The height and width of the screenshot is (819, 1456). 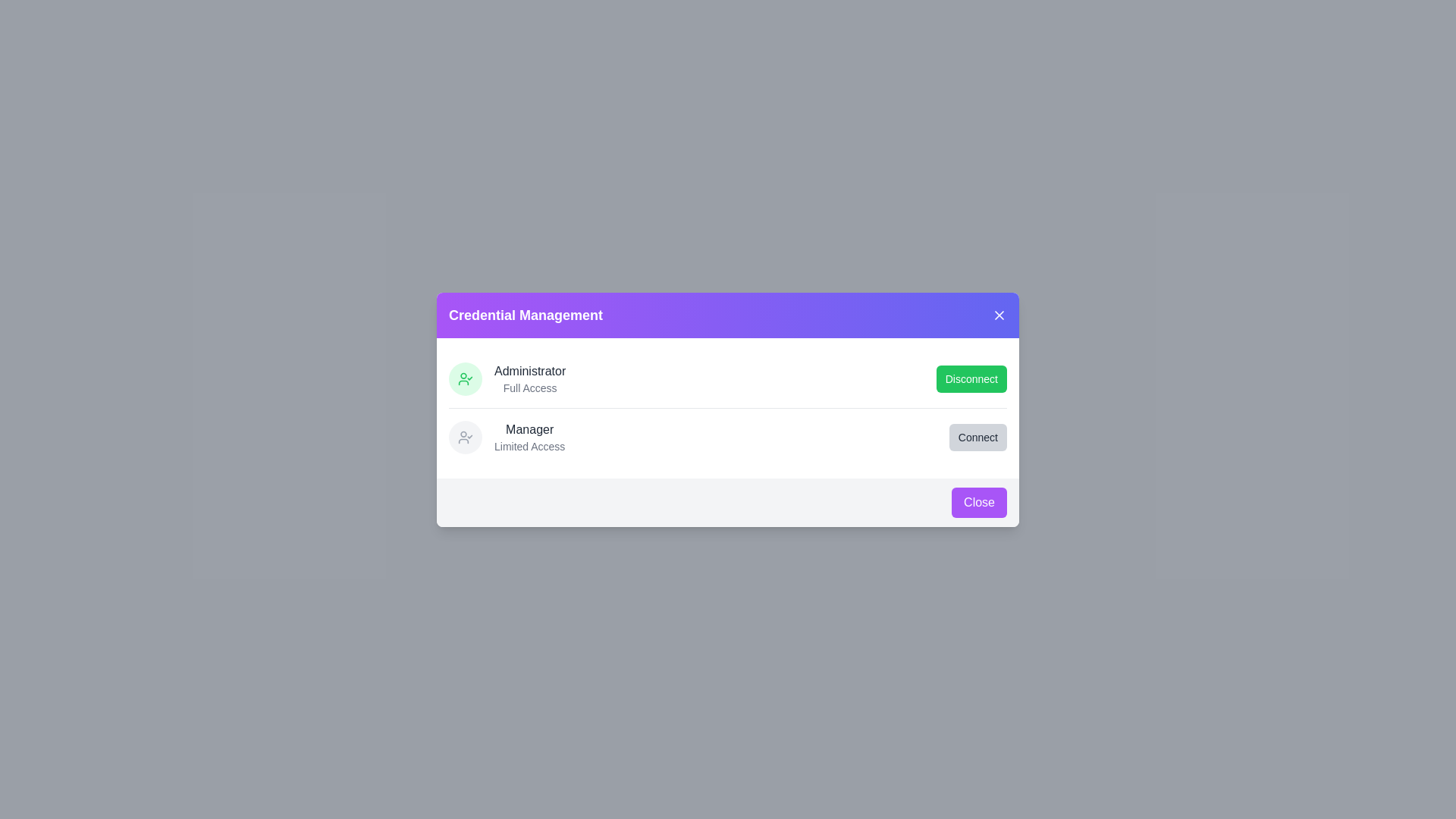 I want to click on the text label reading 'Credential Management' which is styled in bold white font on a gradient background, located at the top portion of the dialog box, so click(x=526, y=314).